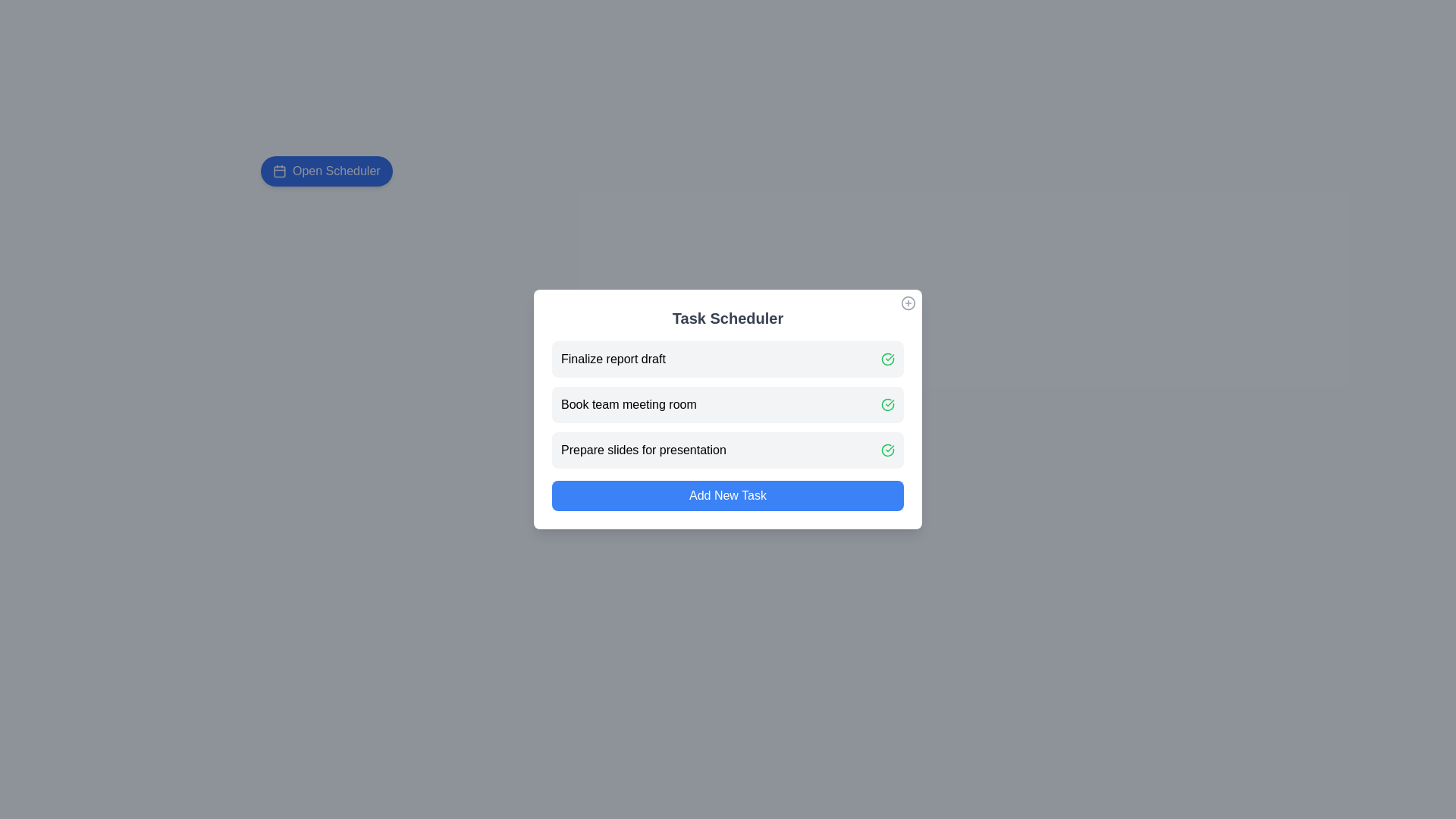  Describe the element at coordinates (629, 403) in the screenshot. I see `the text label displaying 'Book team meeting room' in black text on a light gray background, which is the second task in the vertically aligned group in the task scheduler interface` at that location.